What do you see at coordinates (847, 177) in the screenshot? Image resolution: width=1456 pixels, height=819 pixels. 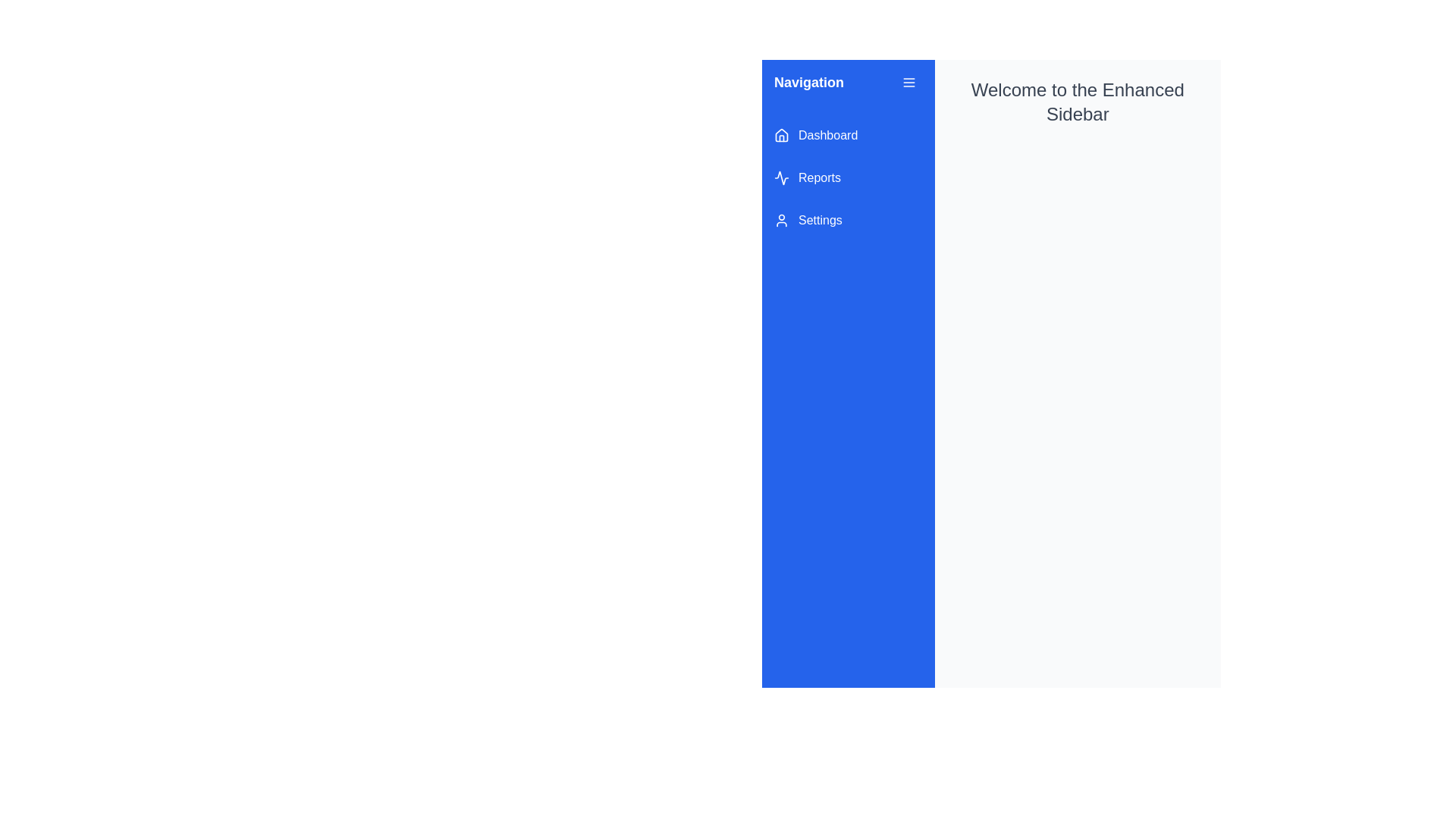 I see `the 'Reports' entry in the vertical navigation menu, which is a list with a blue background, containing entries for 'Dashboard', 'Reports', and 'Settings'` at bounding box center [847, 177].